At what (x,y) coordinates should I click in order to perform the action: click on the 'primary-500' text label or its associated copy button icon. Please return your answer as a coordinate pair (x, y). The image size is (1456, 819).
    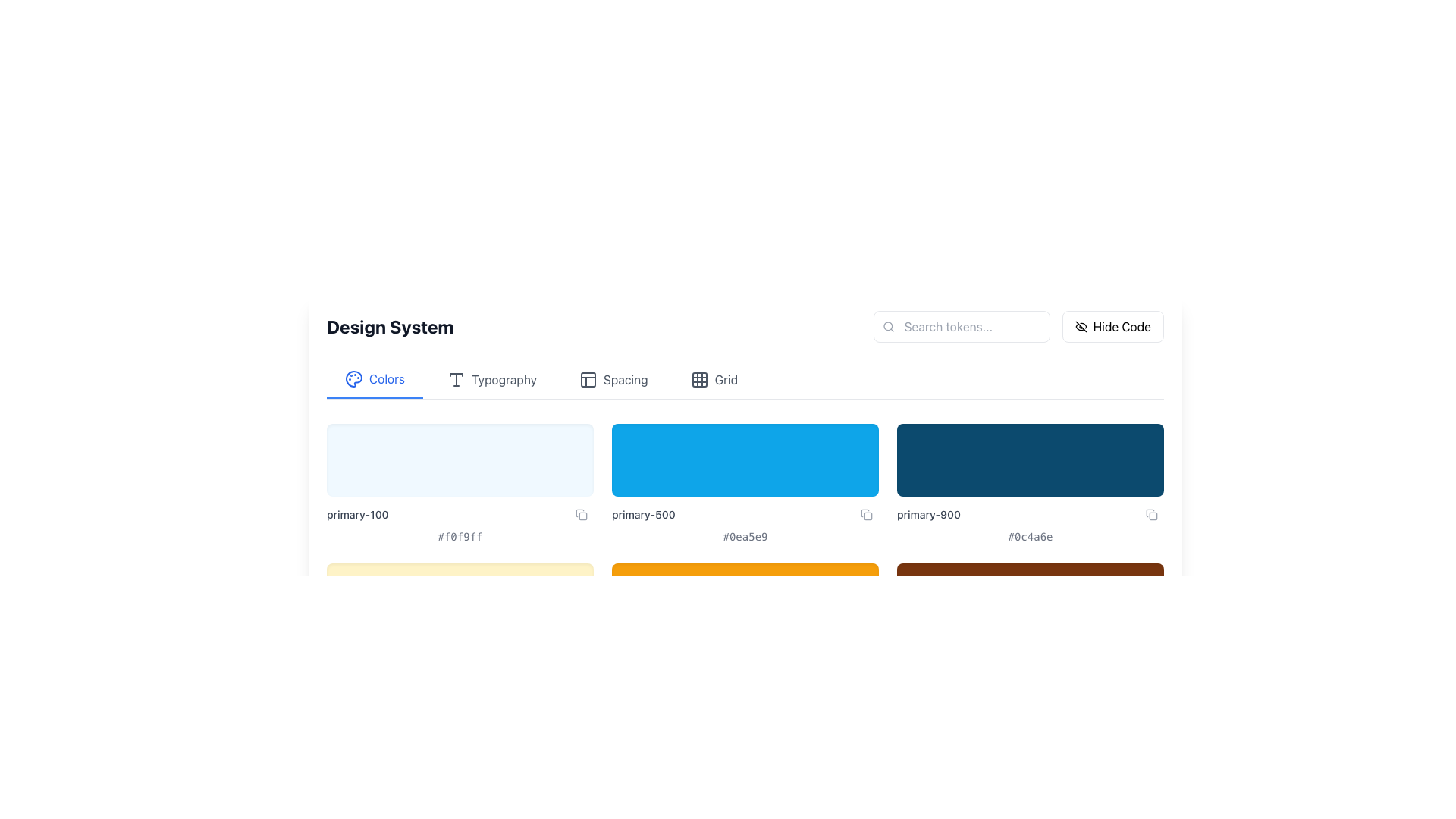
    Looking at the image, I should click on (745, 513).